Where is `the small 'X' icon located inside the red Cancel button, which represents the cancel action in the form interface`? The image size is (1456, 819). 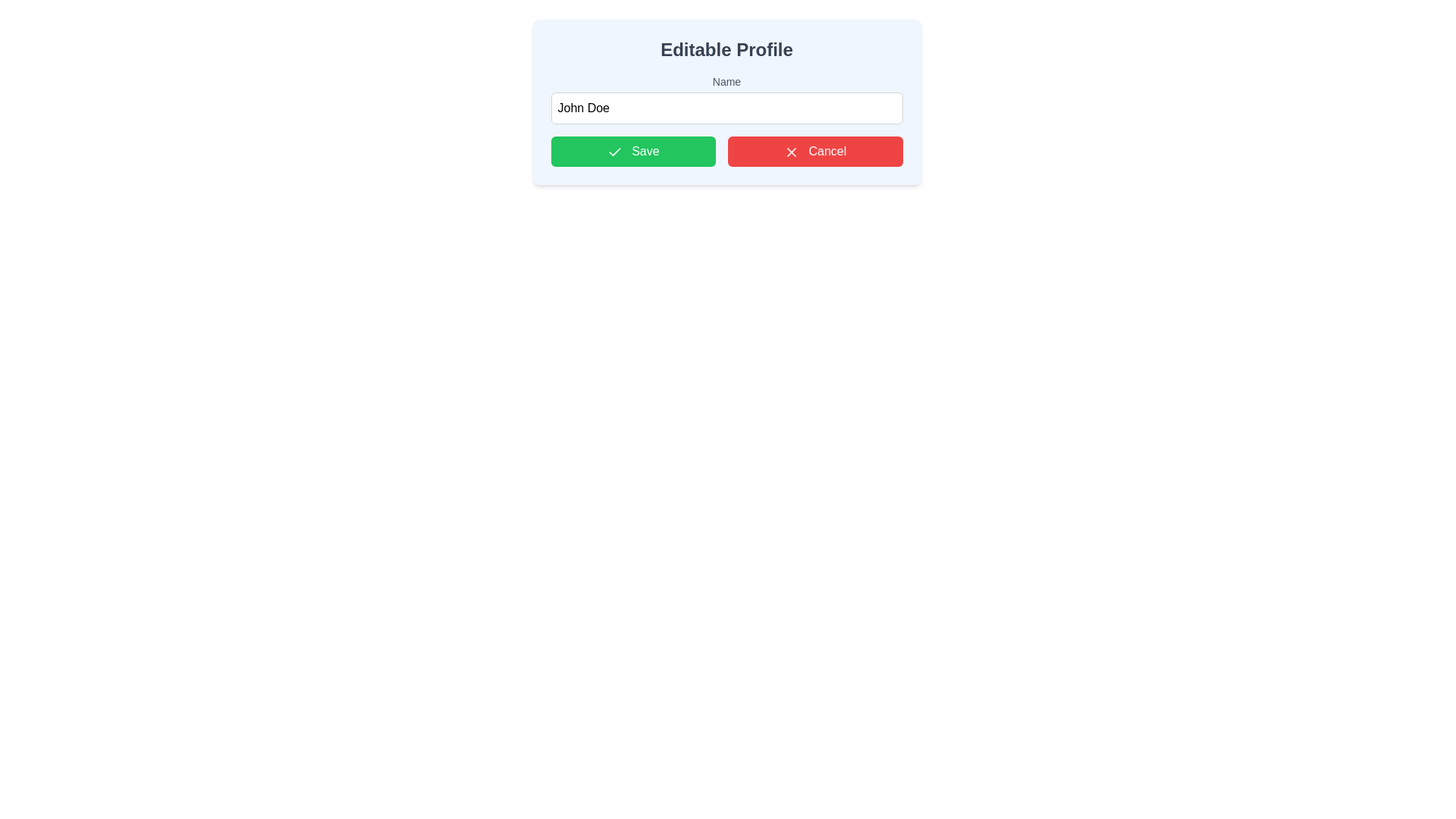
the small 'X' icon located inside the red Cancel button, which represents the cancel action in the form interface is located at coordinates (791, 152).